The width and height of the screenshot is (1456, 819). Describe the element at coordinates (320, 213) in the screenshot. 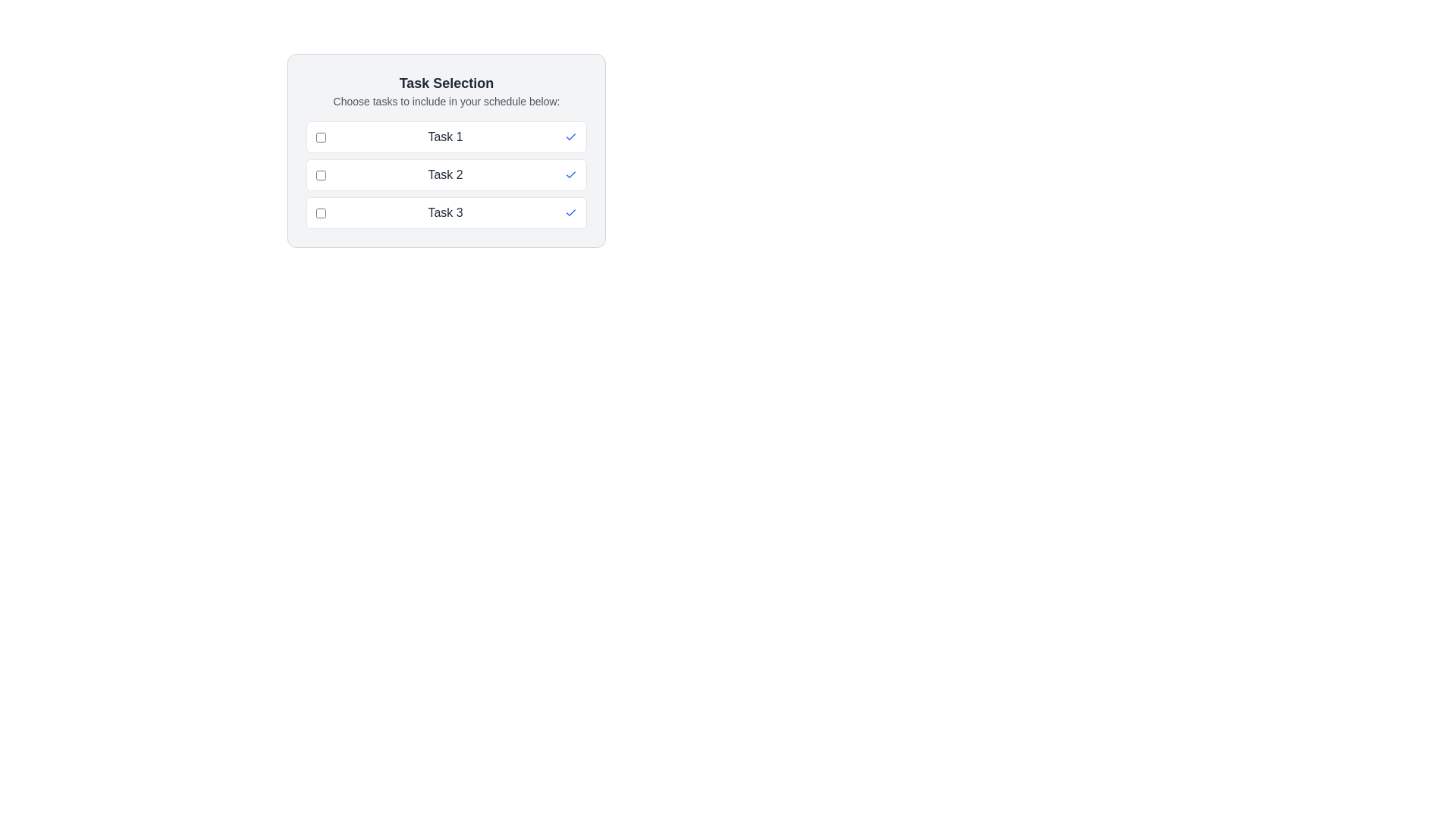

I see `the checkbox located in the third row of the task selection list` at that location.